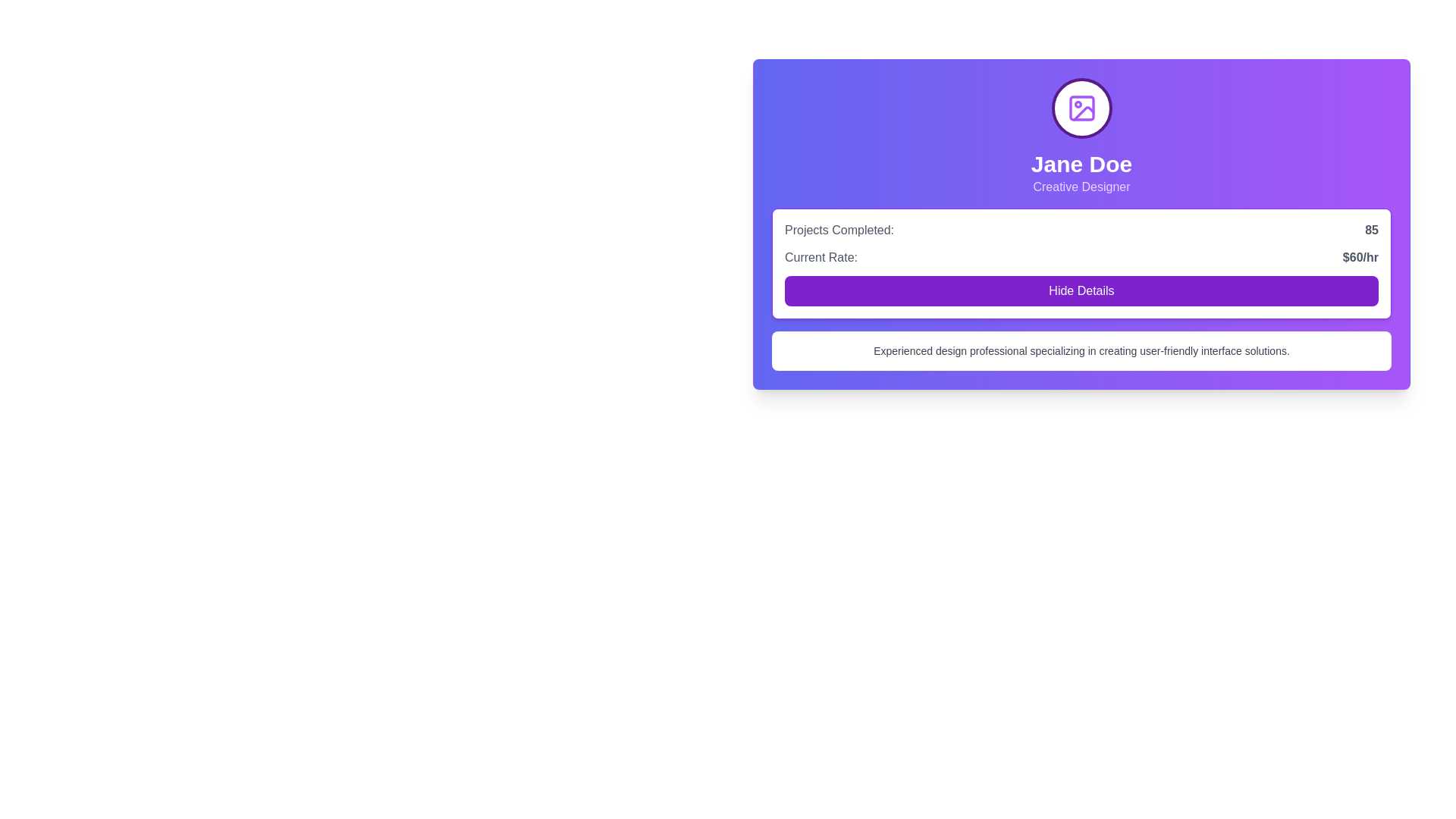 This screenshot has height=819, width=1456. Describe the element at coordinates (1372, 231) in the screenshot. I see `the text element displaying the numeral '85', which is rendered in dark gray on a white background, located to the right of 'Projects Completed:' in the upper-middle area of the content card` at that location.